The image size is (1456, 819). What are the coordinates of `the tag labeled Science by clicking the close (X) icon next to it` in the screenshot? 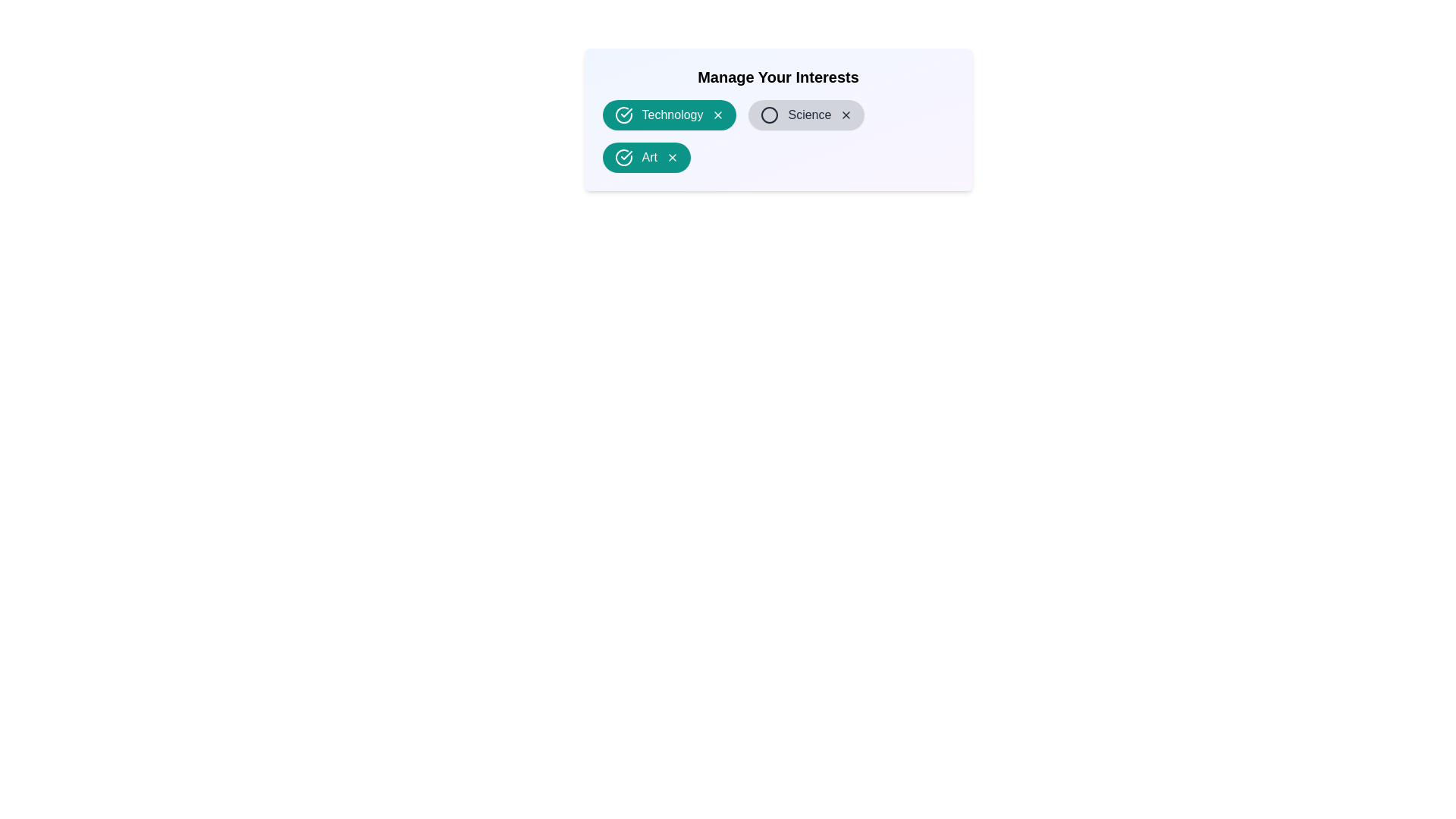 It's located at (846, 114).